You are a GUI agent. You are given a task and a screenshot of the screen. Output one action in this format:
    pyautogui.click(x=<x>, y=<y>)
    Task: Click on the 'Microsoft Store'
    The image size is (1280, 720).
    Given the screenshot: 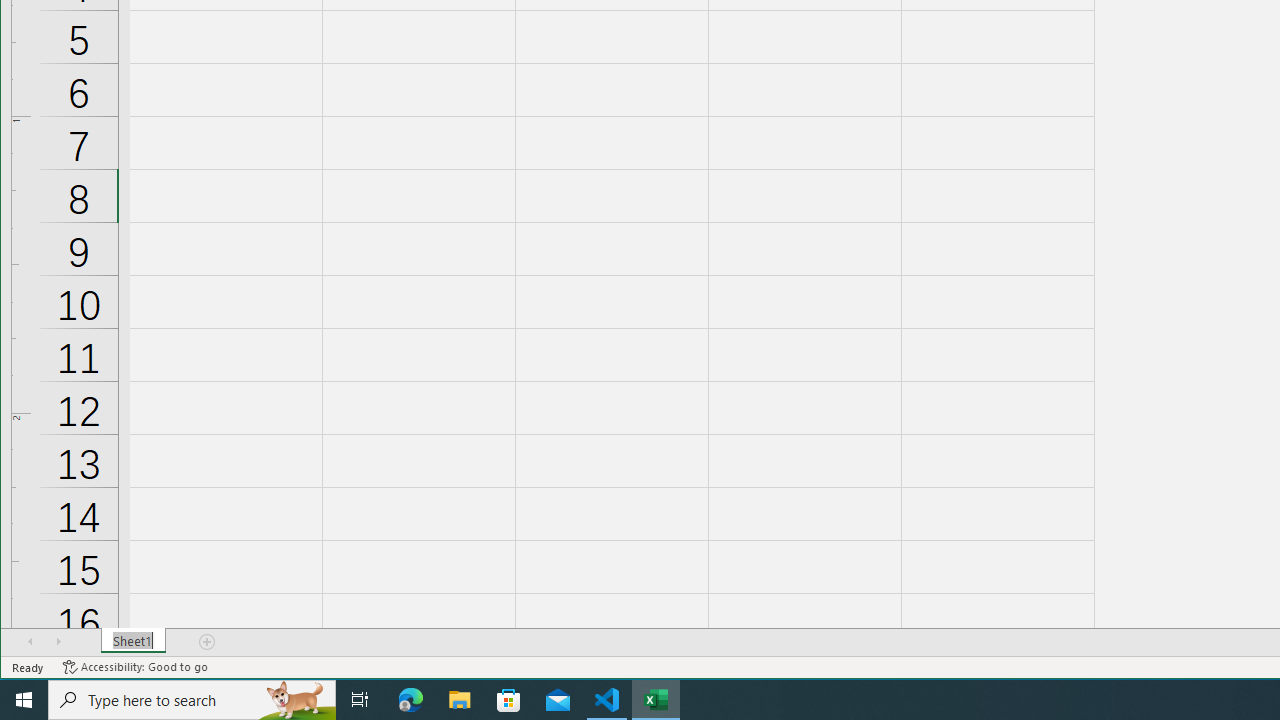 What is the action you would take?
    pyautogui.click(x=509, y=698)
    